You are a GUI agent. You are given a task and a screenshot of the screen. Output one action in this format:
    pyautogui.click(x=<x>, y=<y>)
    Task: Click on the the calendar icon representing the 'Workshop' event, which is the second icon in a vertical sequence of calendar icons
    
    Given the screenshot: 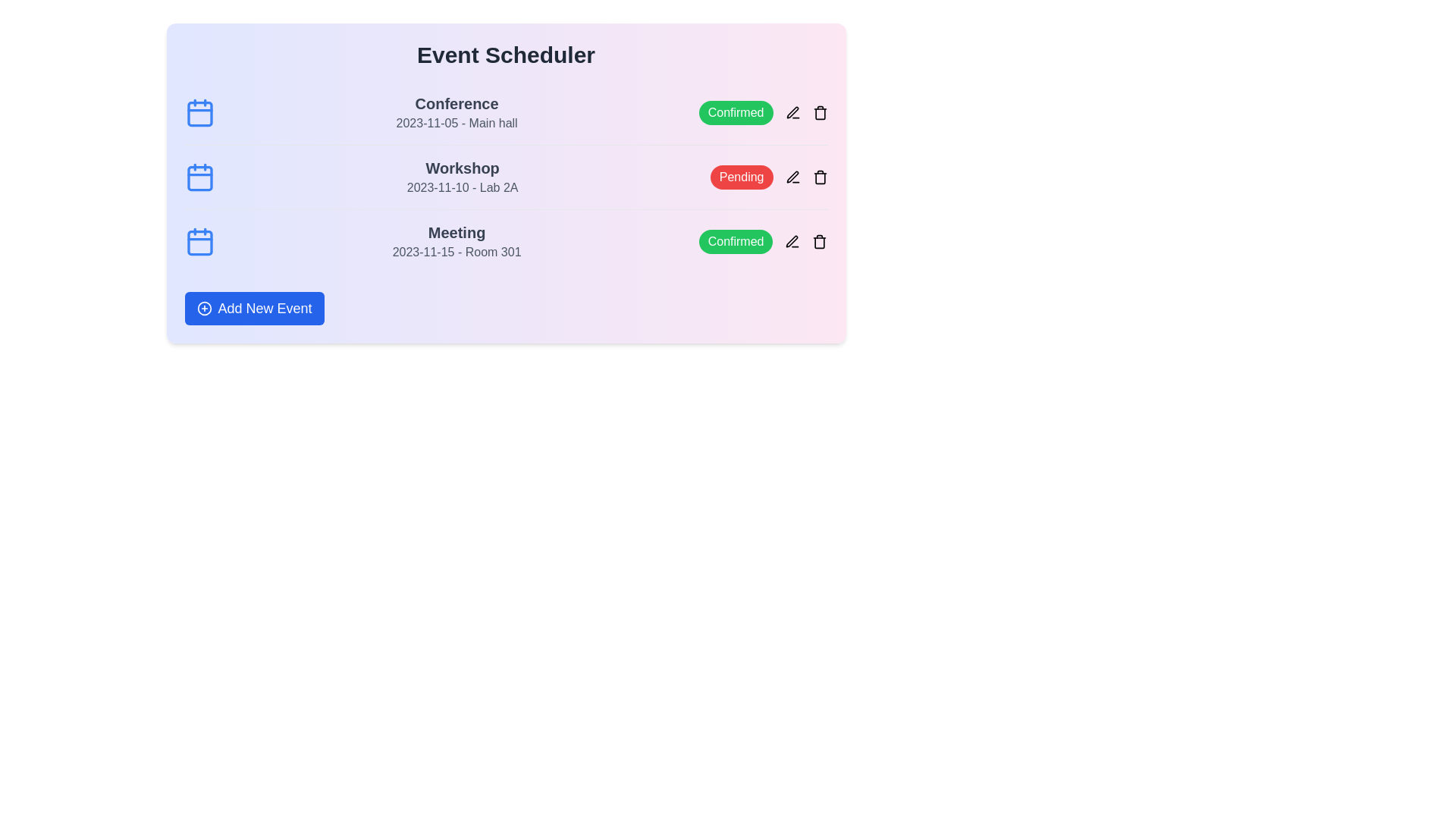 What is the action you would take?
    pyautogui.click(x=199, y=177)
    